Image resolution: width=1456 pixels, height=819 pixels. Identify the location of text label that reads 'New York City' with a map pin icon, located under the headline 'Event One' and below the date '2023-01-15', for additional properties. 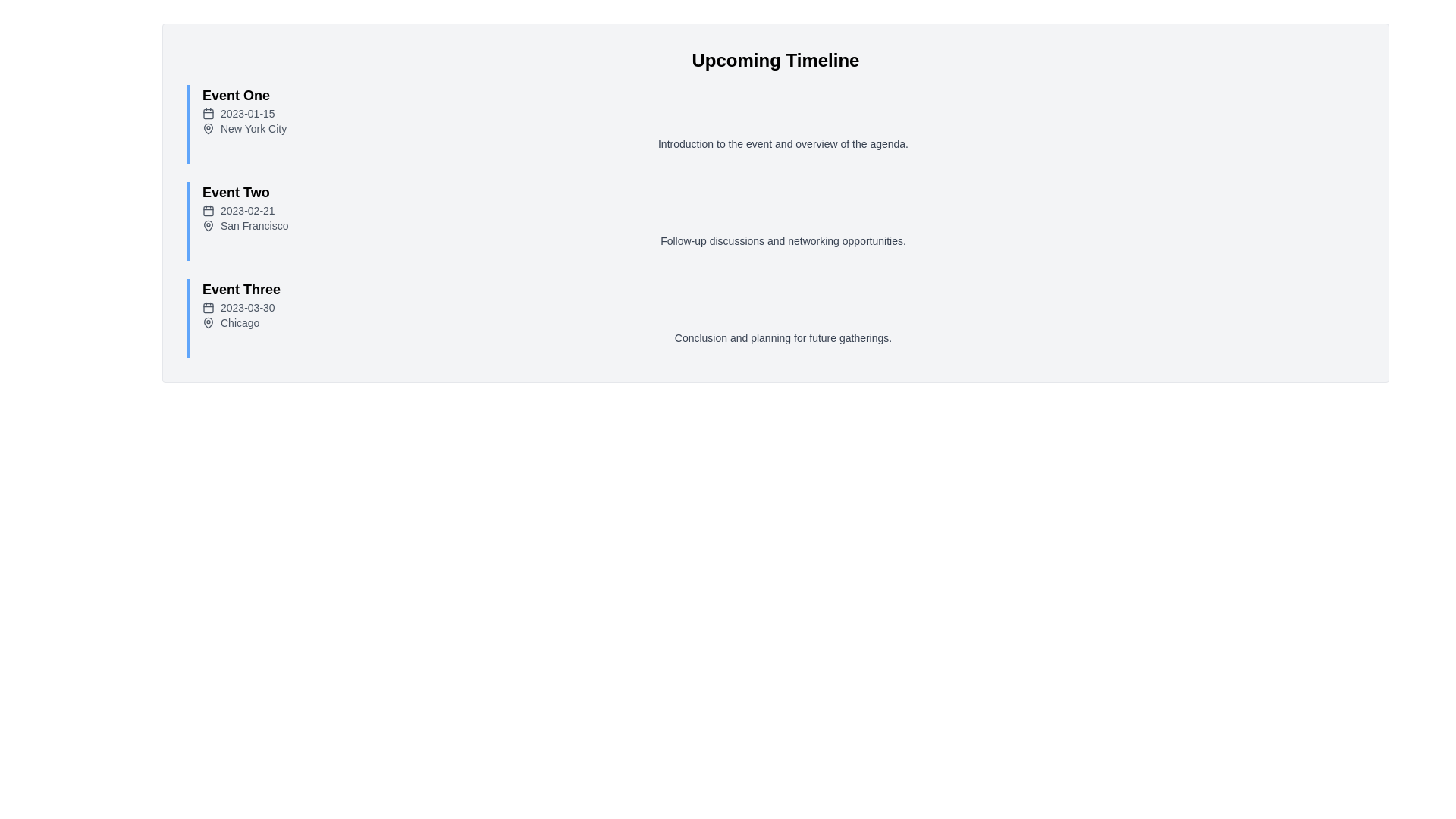
(783, 127).